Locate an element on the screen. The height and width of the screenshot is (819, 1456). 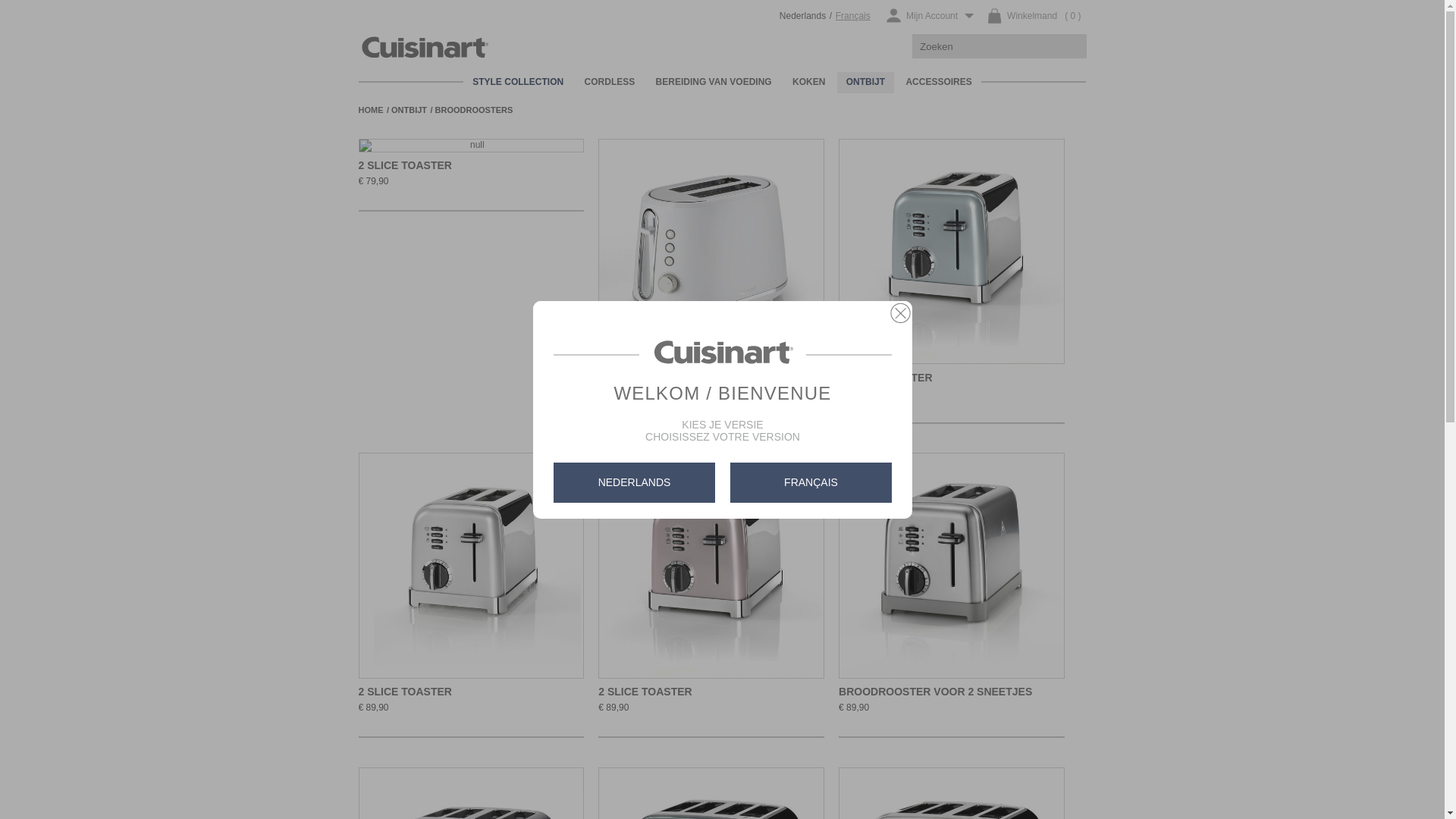
'ACCESSOIRES' is located at coordinates (896, 82).